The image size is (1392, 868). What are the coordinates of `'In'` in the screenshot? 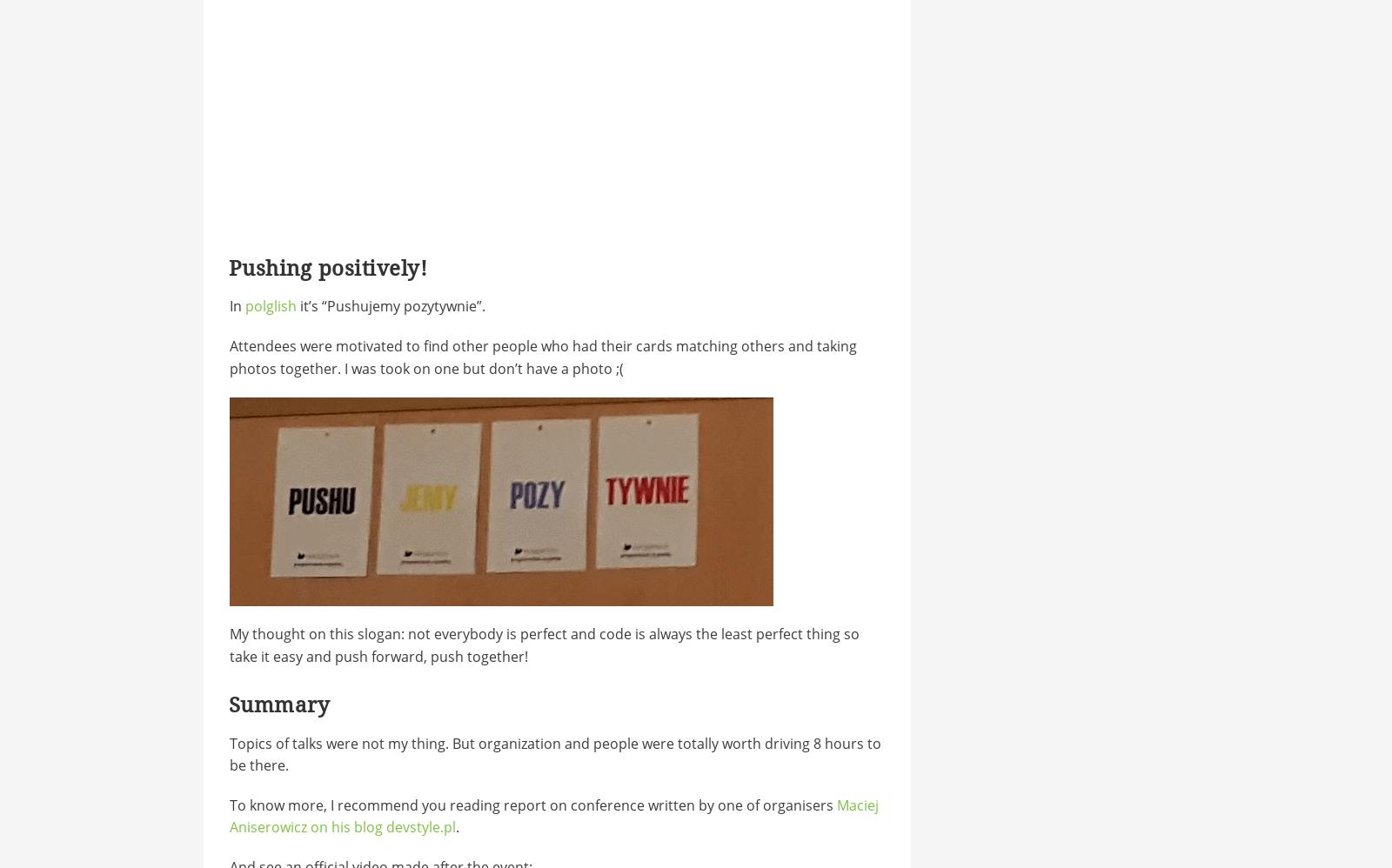 It's located at (237, 304).